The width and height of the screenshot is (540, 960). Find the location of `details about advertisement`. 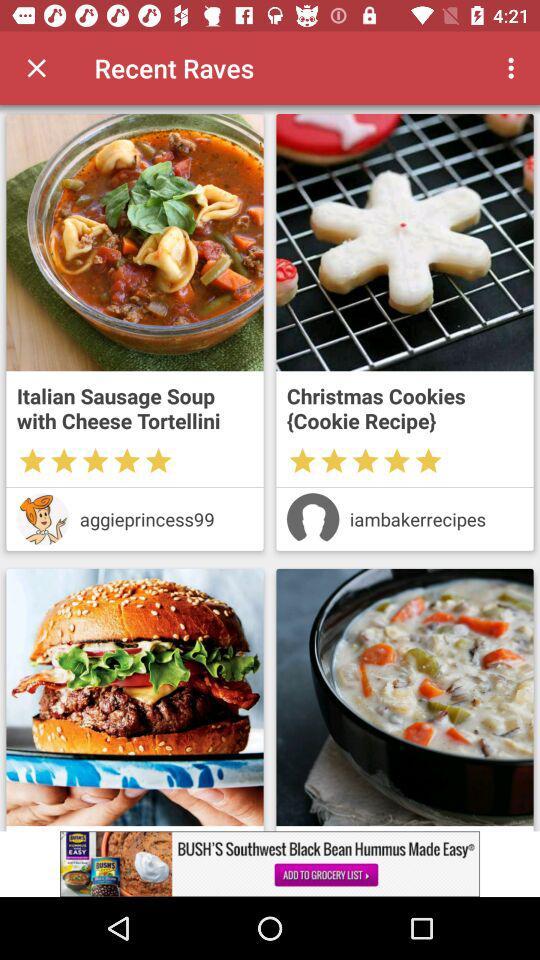

details about advertisement is located at coordinates (270, 863).